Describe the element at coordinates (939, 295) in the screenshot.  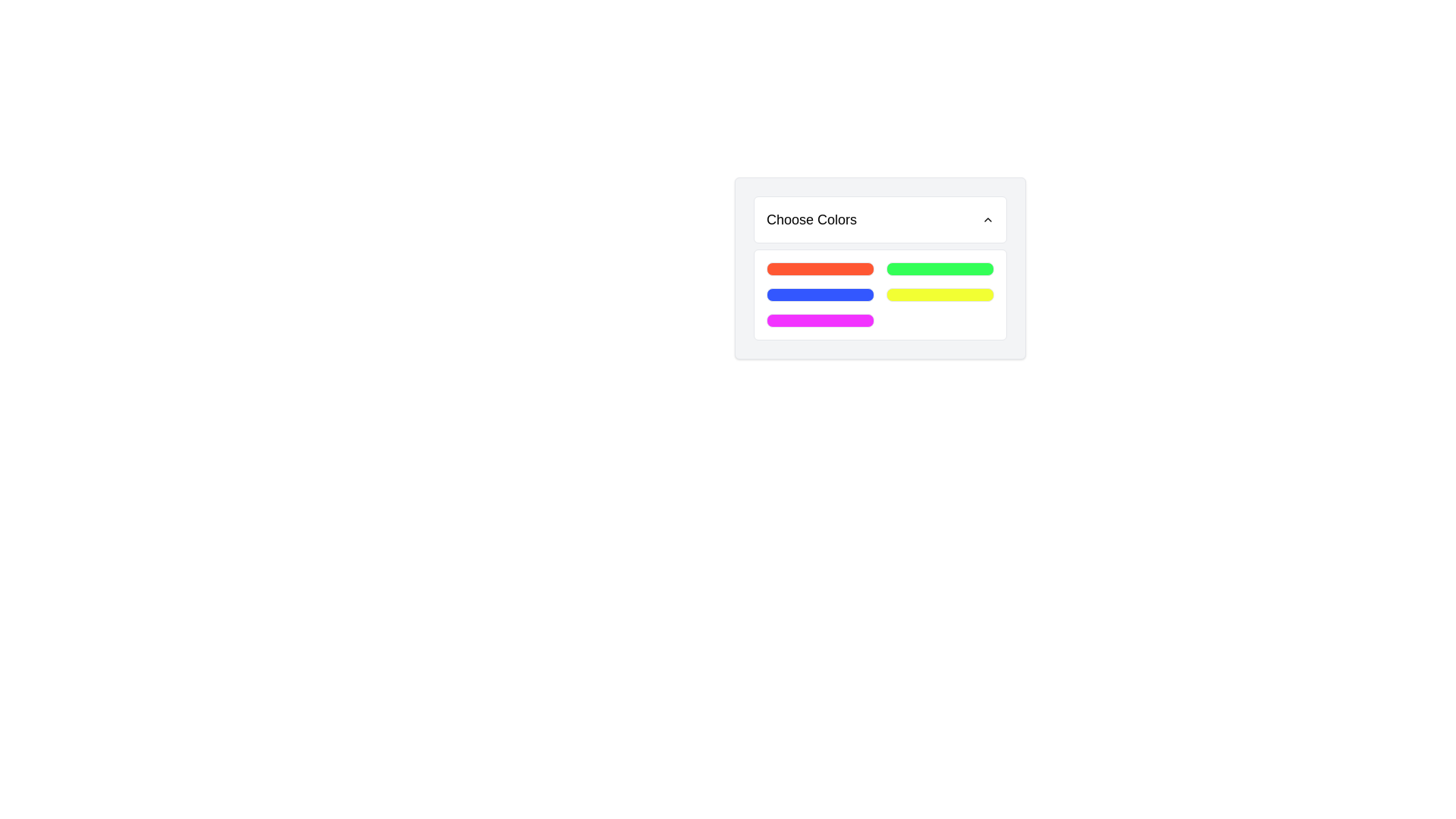
I see `the interactive box located in the fourth row and second column of the grid` at that location.